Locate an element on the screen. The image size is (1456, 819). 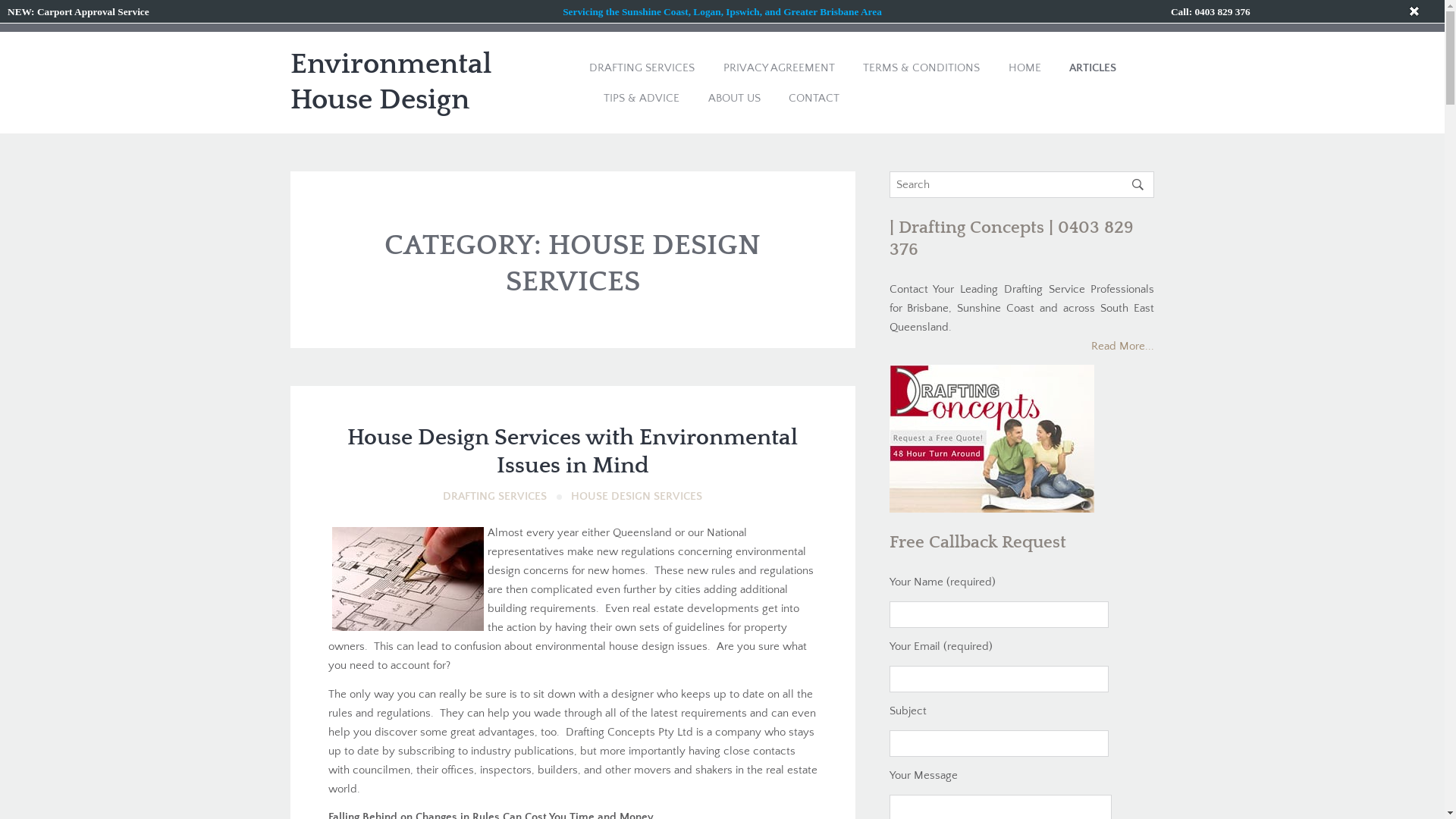
'ARTICLES' is located at coordinates (1092, 66).